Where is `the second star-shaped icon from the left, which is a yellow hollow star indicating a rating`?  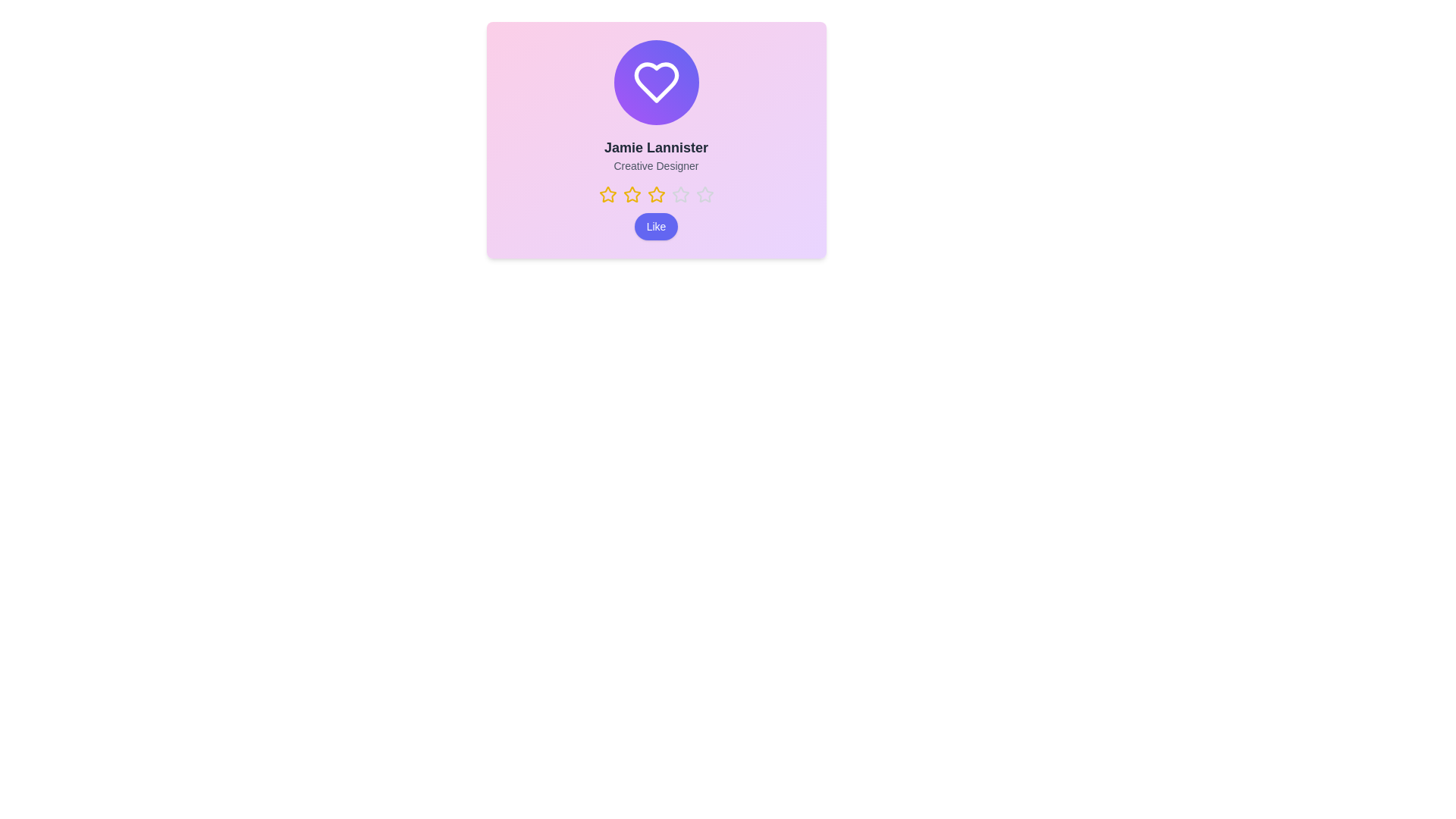 the second star-shaped icon from the left, which is a yellow hollow star indicating a rating is located at coordinates (632, 193).